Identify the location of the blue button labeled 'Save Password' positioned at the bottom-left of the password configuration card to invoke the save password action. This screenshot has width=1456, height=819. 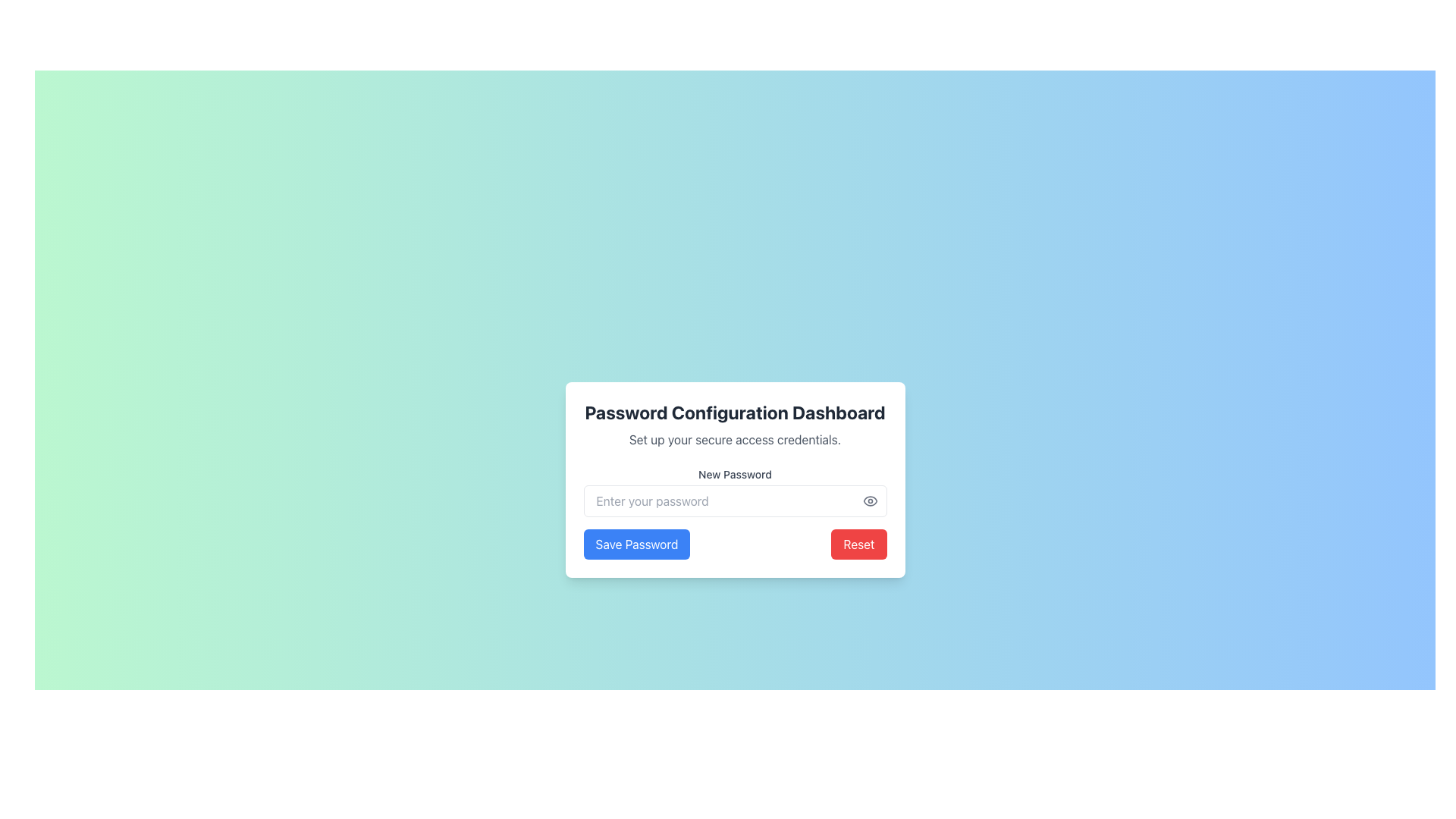
(636, 543).